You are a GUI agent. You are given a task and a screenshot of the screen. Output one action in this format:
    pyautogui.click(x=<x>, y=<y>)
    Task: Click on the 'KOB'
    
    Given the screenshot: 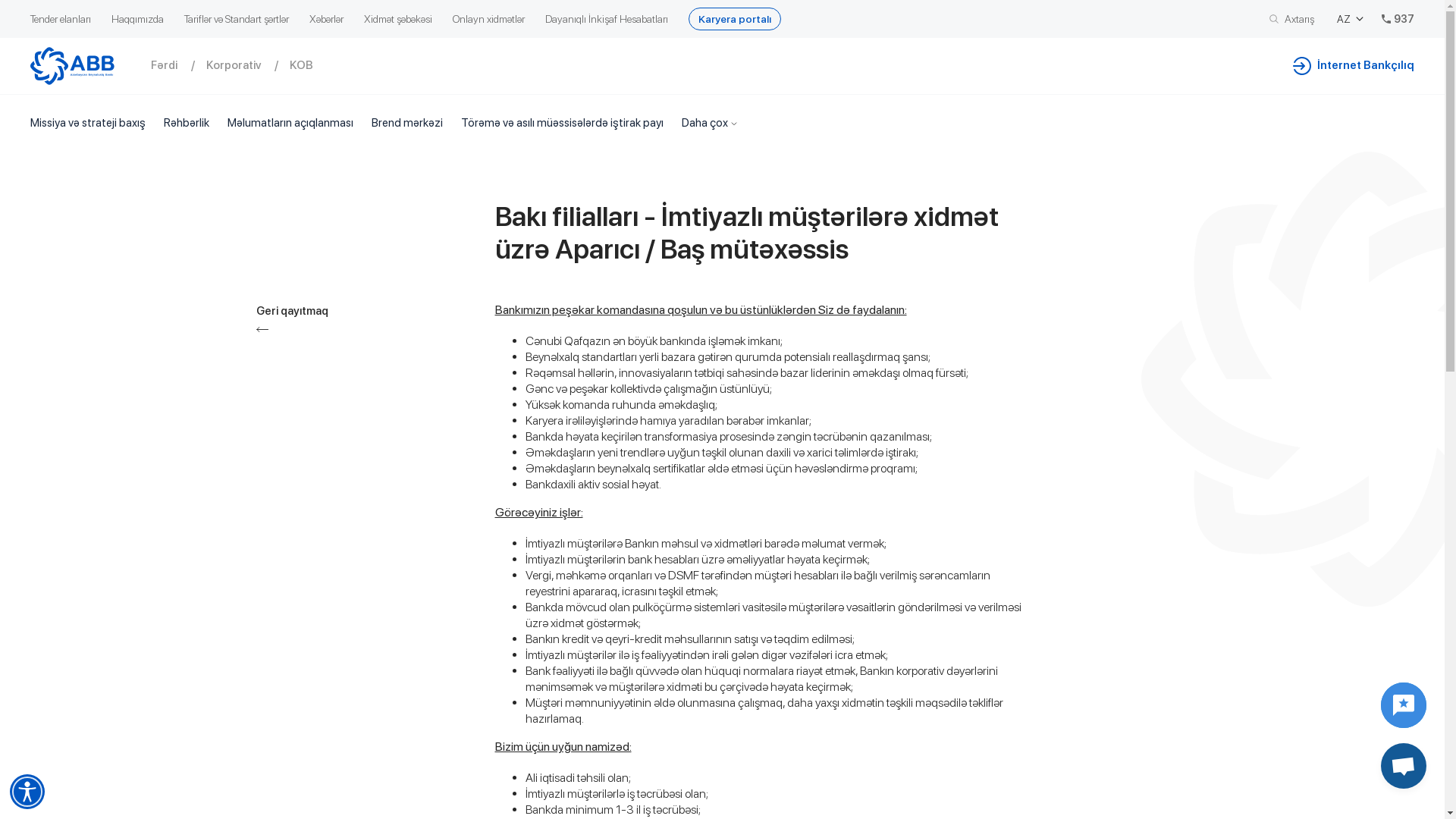 What is the action you would take?
    pyautogui.click(x=312, y=64)
    